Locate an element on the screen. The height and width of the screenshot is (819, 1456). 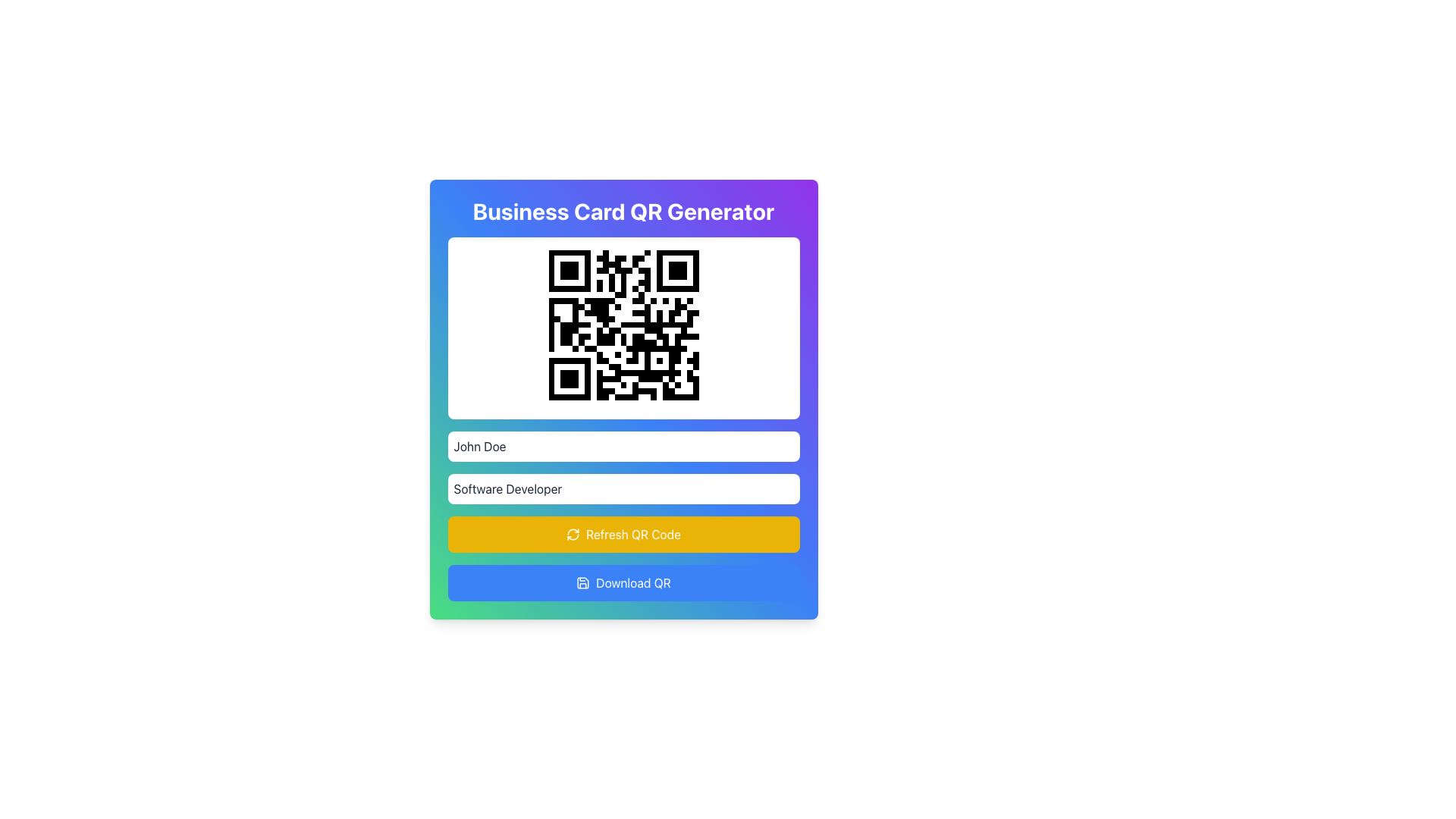
the download button for the QR code, located below the 'Refresh QR Code' button is located at coordinates (623, 582).